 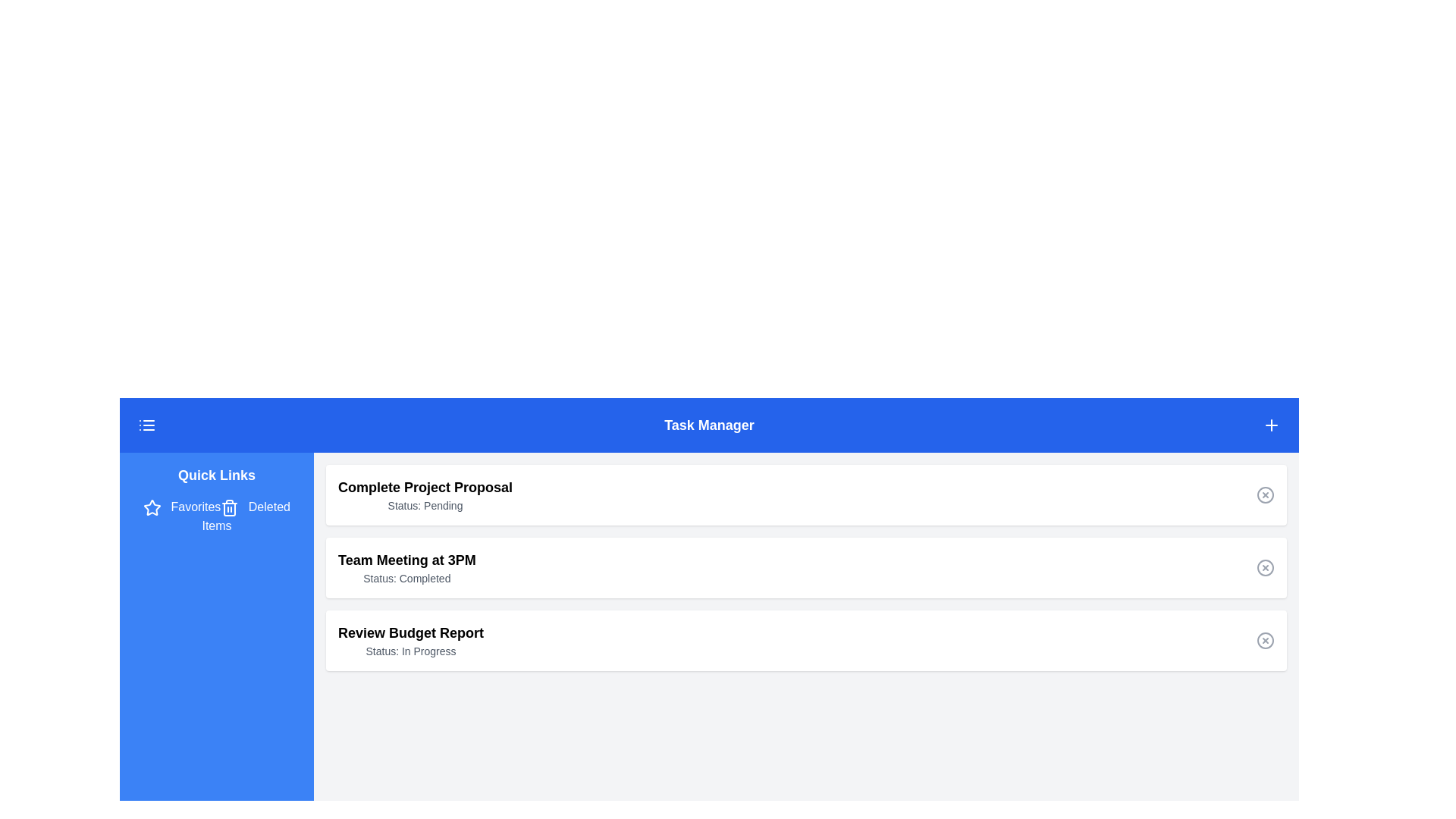 I want to click on the text display element that reads 'Team Meeting at 3PM', which is styled in a larger bold font and is positioned above the 'Status: Completed' text, so click(x=406, y=560).